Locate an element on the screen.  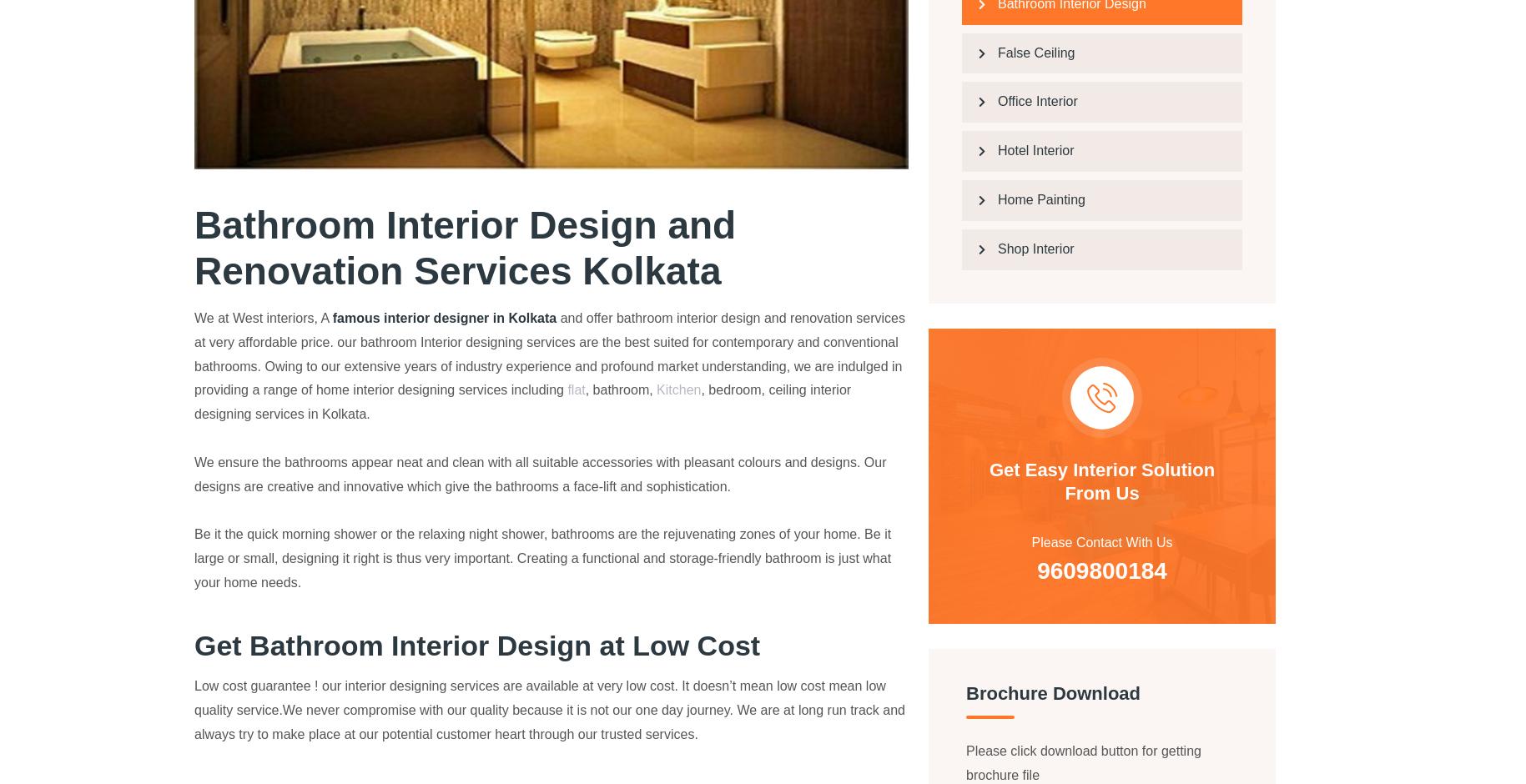
'One of the best interior in kolkata. They are really good in terms of behaviour and try to understand the client's prospective and match their requirements.' is located at coordinates (244, 134).